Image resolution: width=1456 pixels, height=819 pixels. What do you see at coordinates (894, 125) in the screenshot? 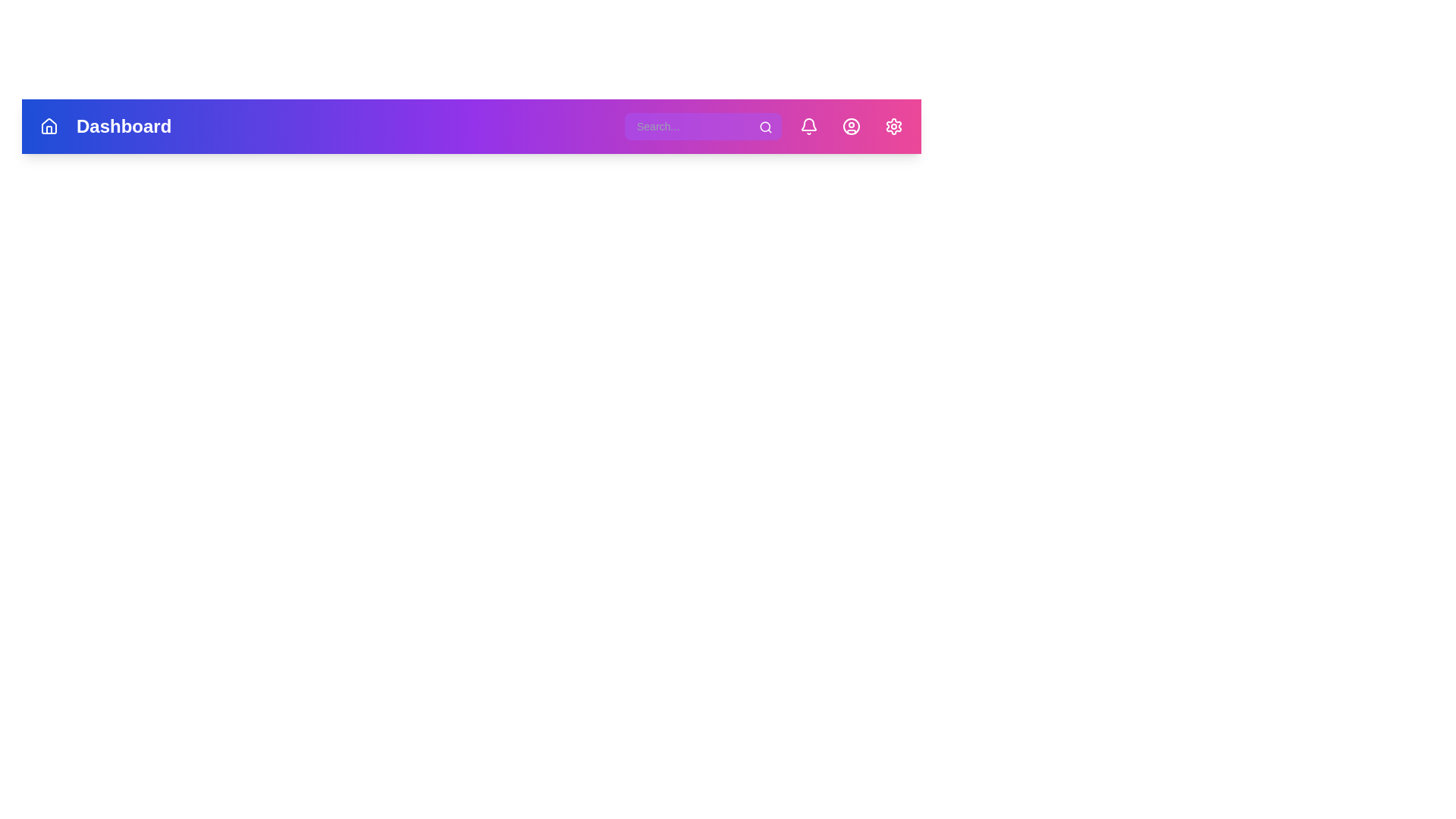
I see `the button labeled 'Settings'` at bounding box center [894, 125].